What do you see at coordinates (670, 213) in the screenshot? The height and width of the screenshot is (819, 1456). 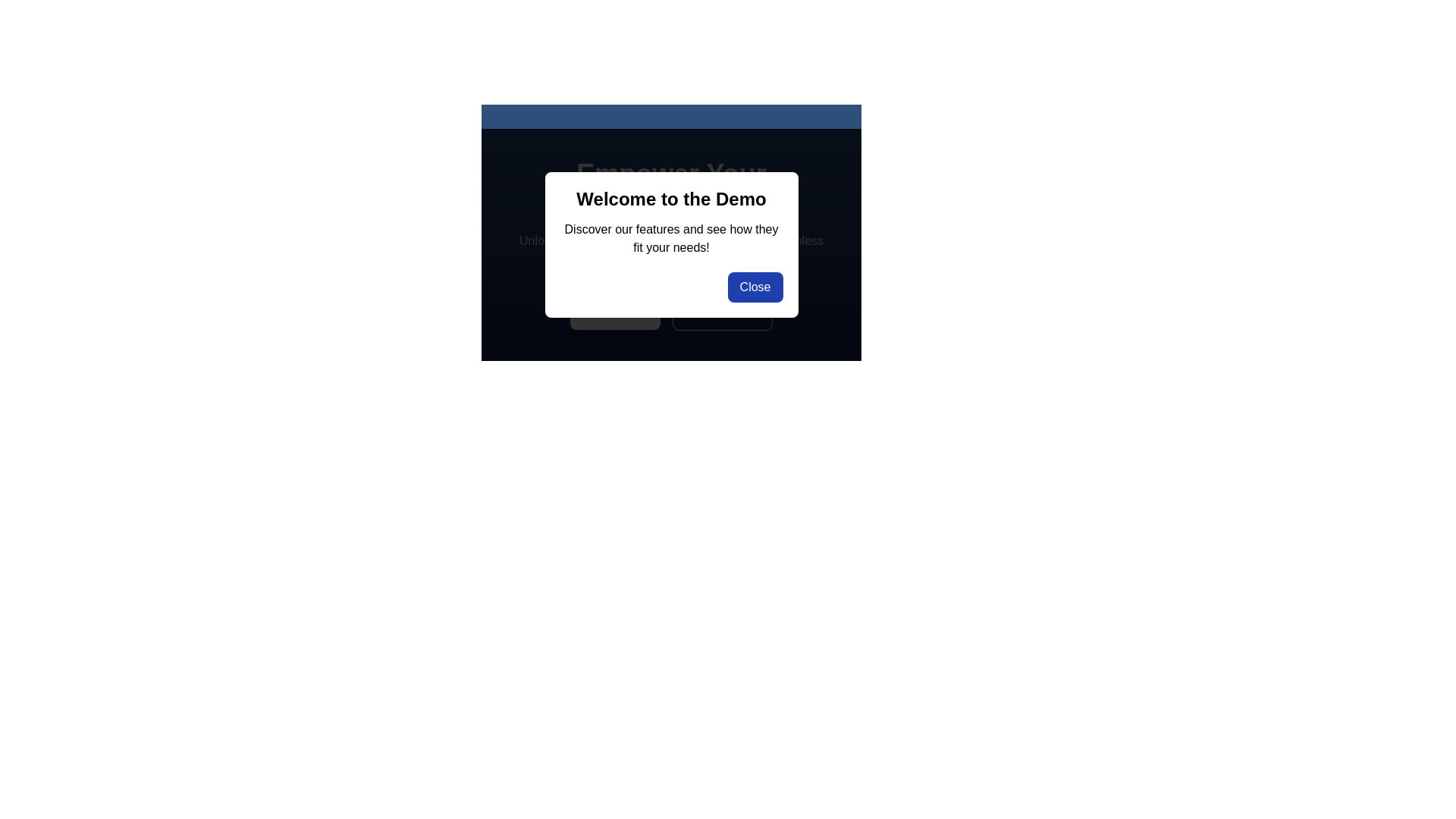 I see `the Text Display element that contains the heading 'Welcome to the Demo' and the subtitle 'Discover our features and see how they fit your needs!', located in a white rectangular panel with rounded corners in the center of the dark-themed modal dialog` at bounding box center [670, 213].